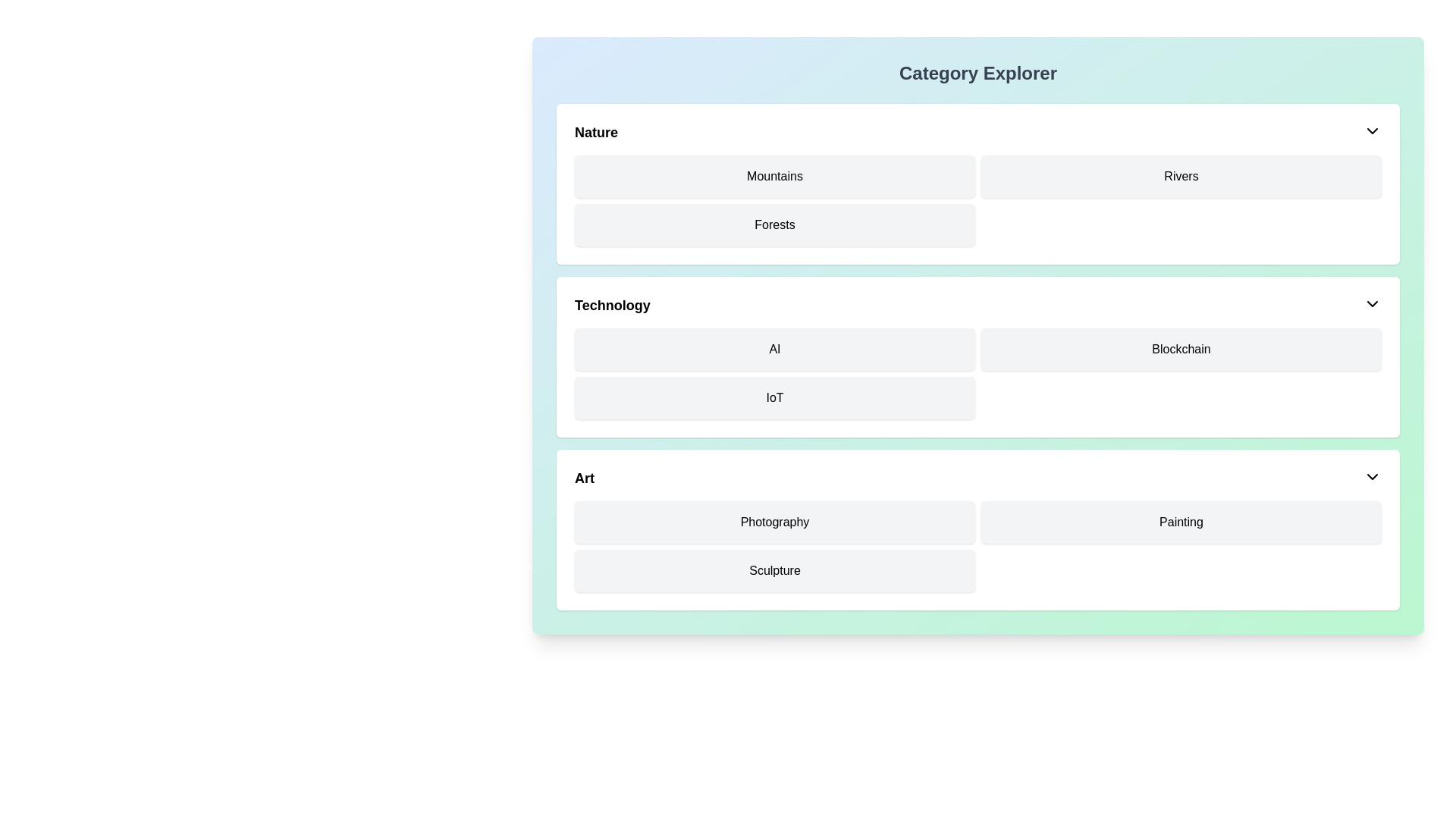 The width and height of the screenshot is (1456, 819). I want to click on the 'Sculpture' text label in the 'Art' category section, so click(775, 570).